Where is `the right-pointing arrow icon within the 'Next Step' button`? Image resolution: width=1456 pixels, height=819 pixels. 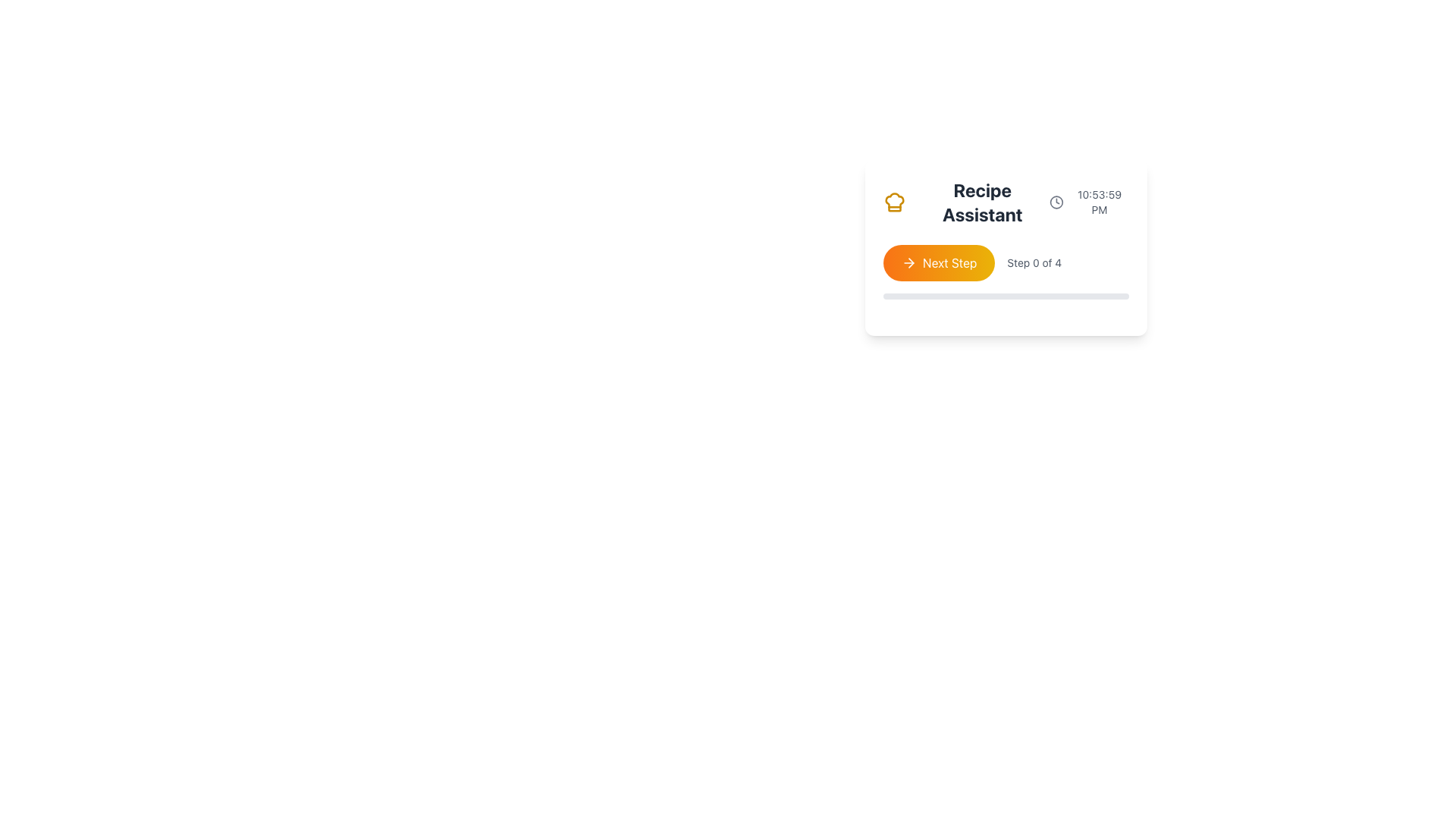
the right-pointing arrow icon within the 'Next Step' button is located at coordinates (910, 262).